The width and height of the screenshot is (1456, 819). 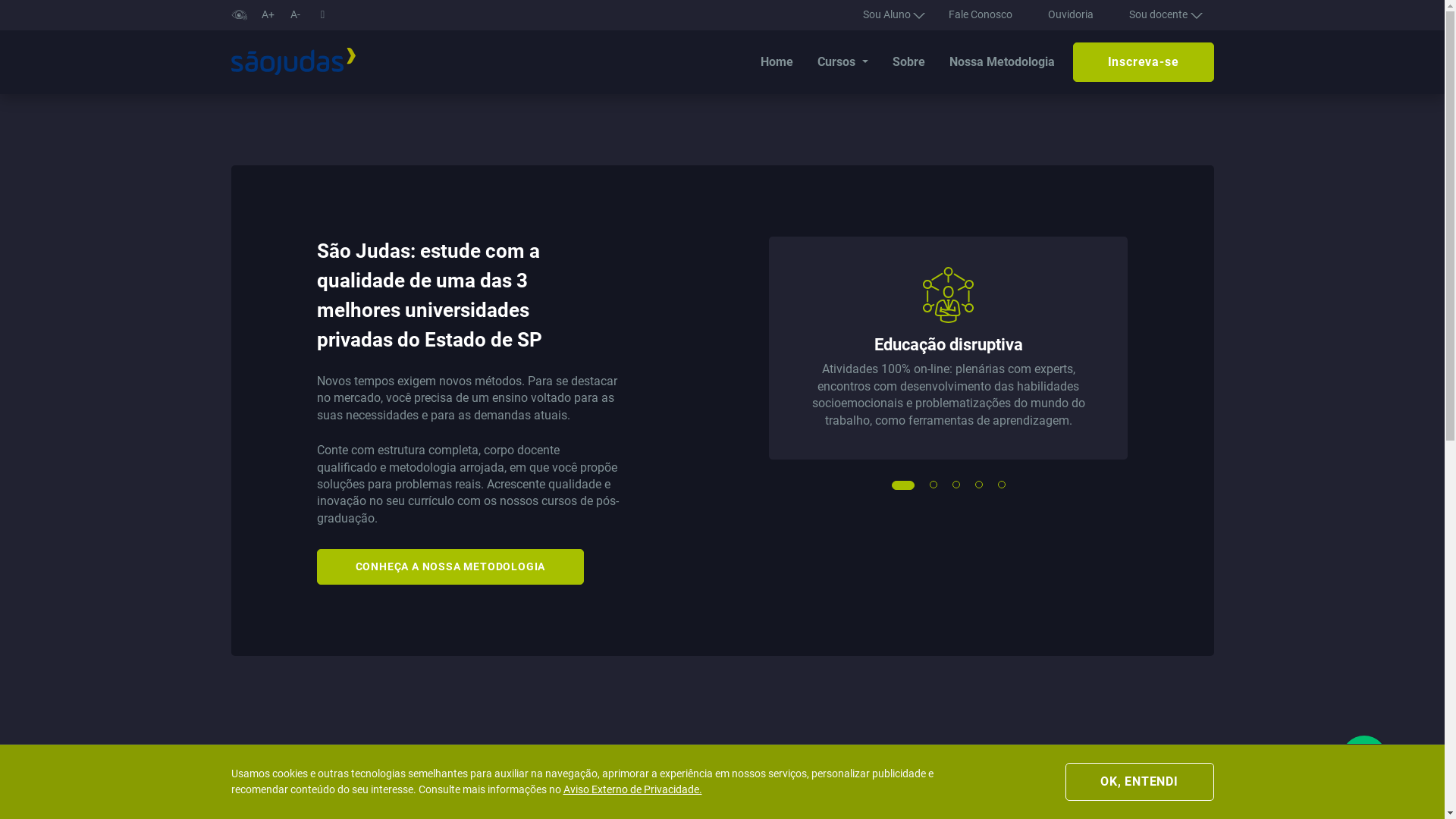 I want to click on 'Ouvidoria', so click(x=1069, y=14).